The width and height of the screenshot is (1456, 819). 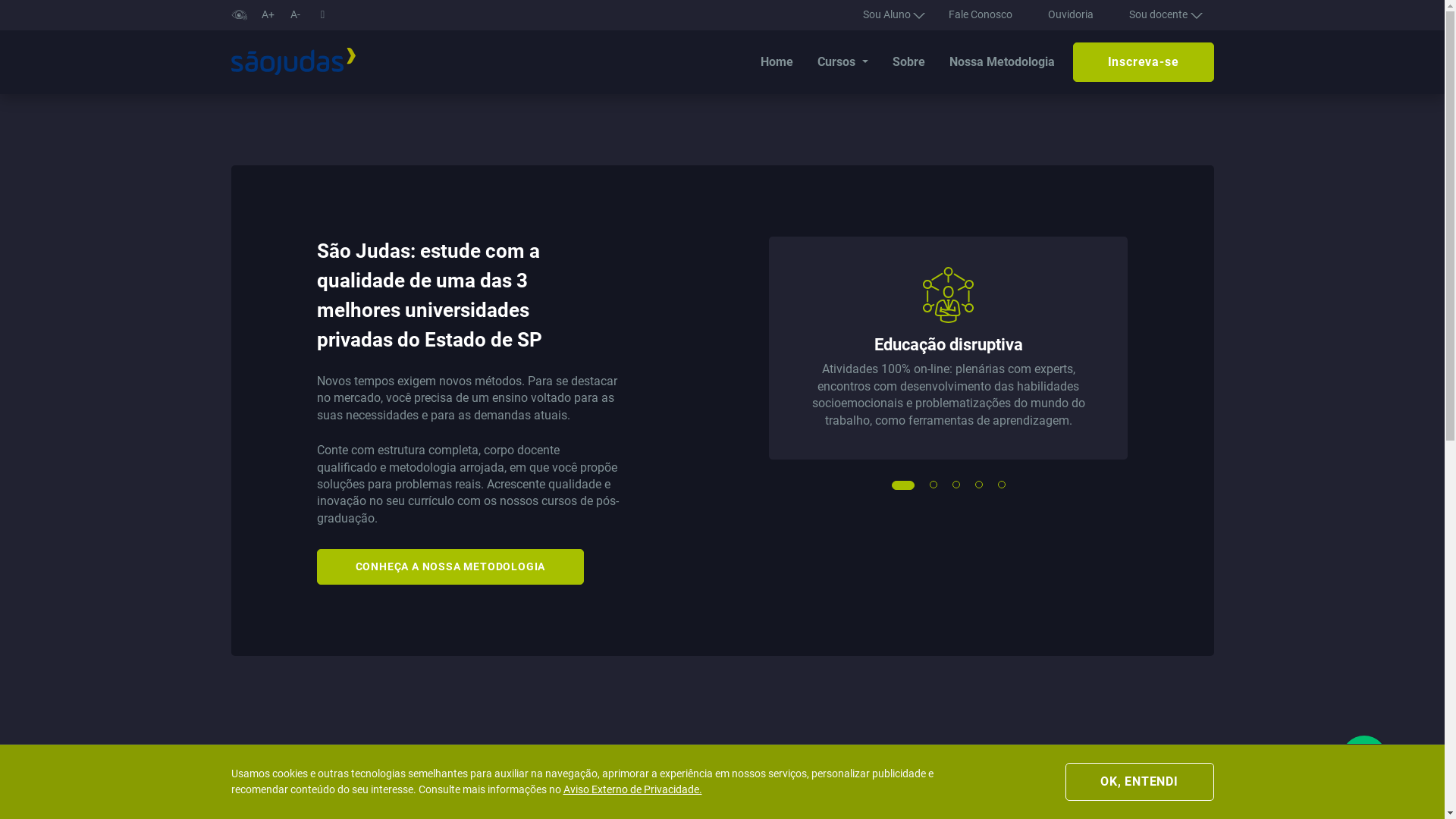 I want to click on 'Ouvidoria', so click(x=1069, y=14).